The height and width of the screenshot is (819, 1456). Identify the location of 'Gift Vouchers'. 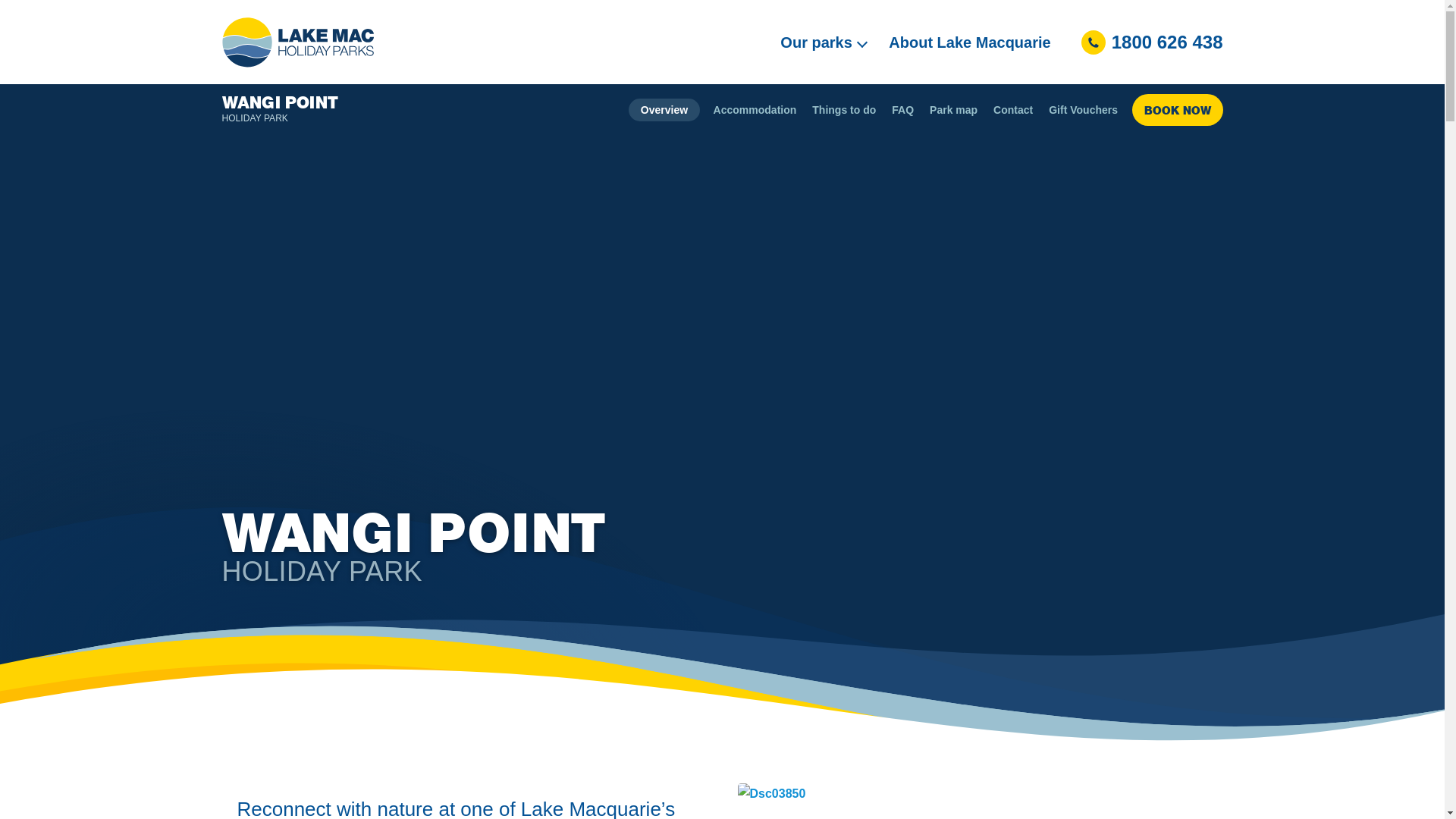
(1040, 109).